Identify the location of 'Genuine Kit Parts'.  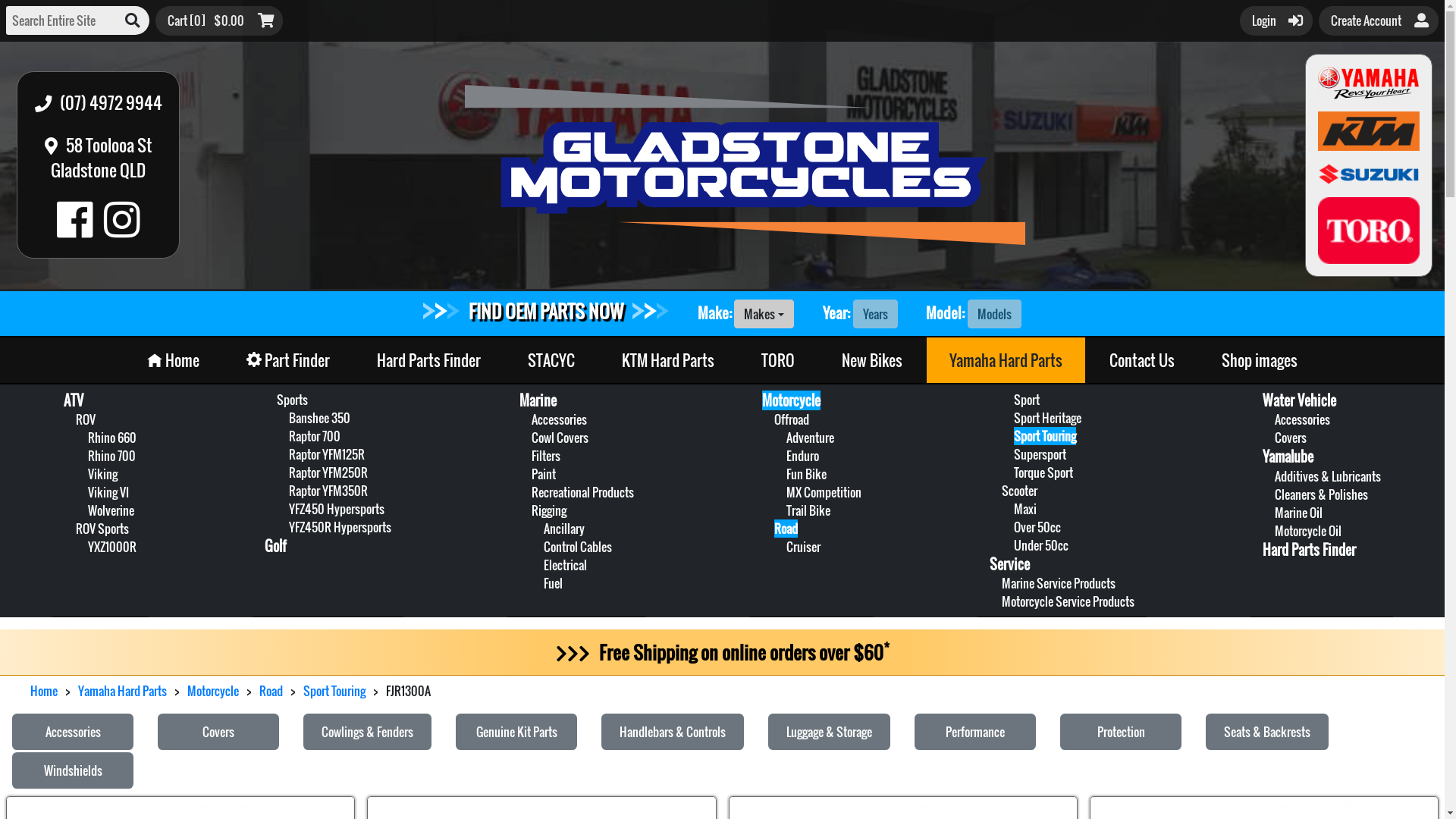
(516, 730).